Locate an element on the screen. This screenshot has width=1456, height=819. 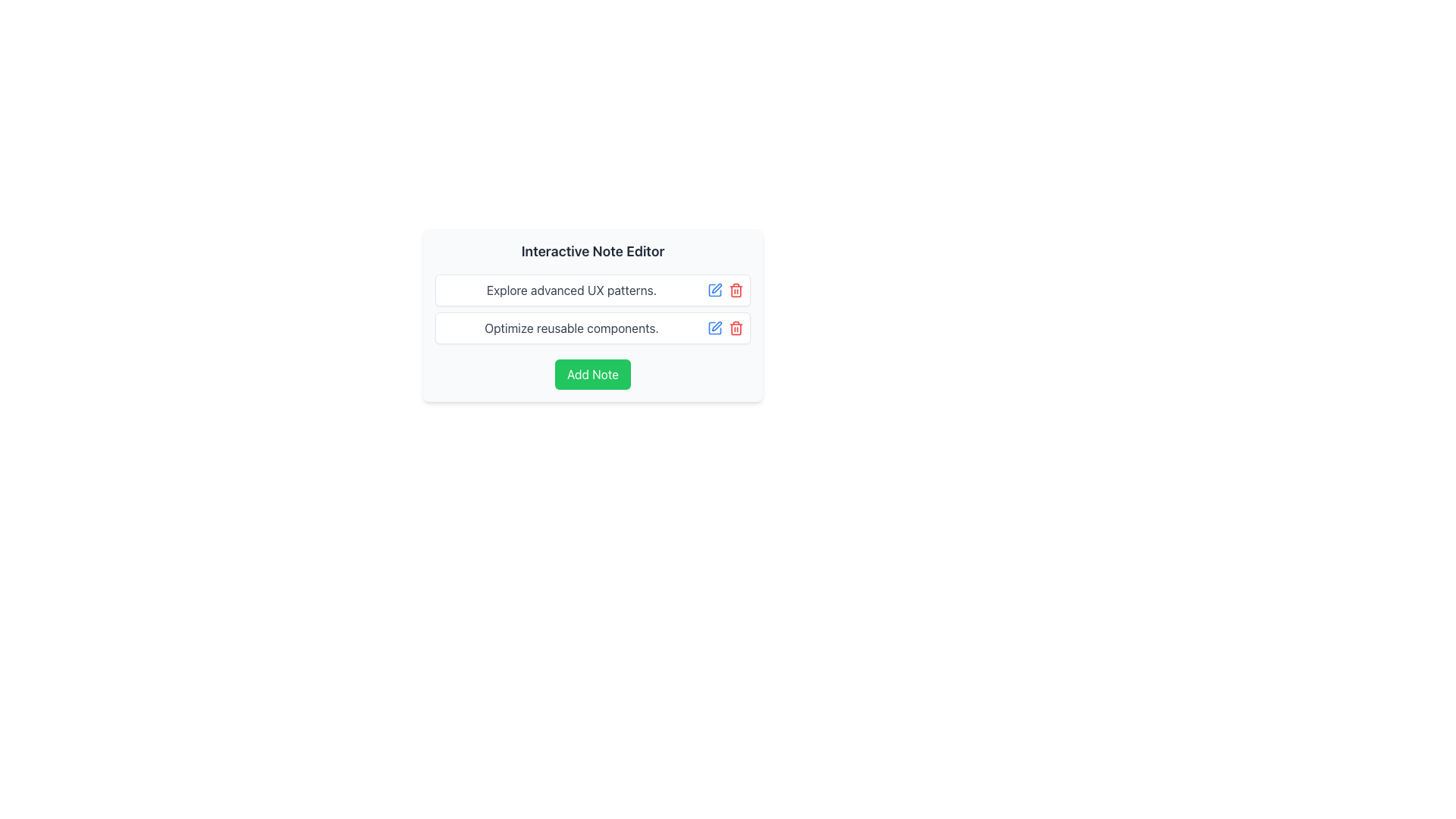
the edit button located immediately to the right of the text 'Explore advanced UX patterns.' to change its color indicating interactivity is located at coordinates (714, 290).